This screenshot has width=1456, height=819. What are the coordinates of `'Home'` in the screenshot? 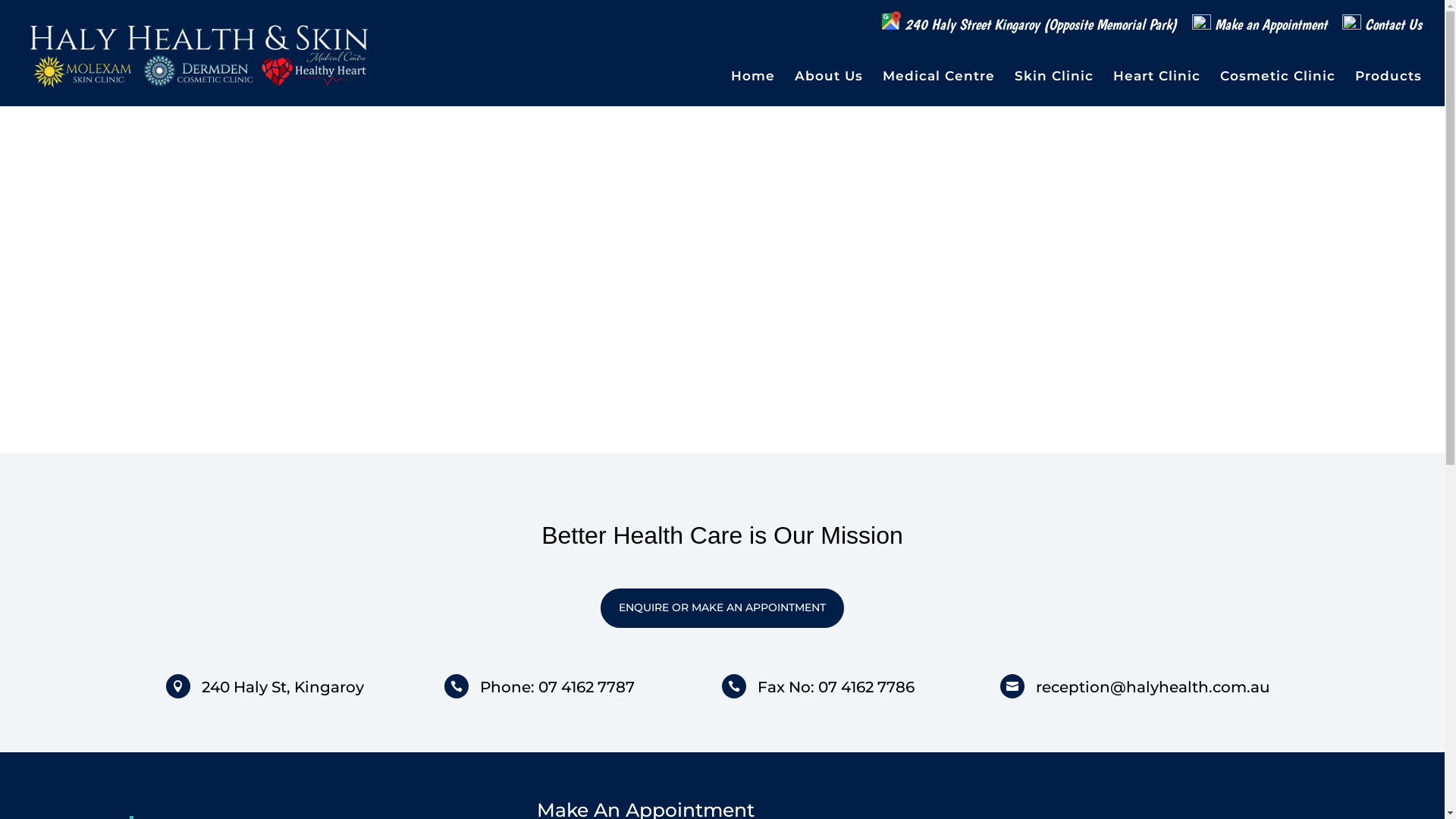 It's located at (753, 88).